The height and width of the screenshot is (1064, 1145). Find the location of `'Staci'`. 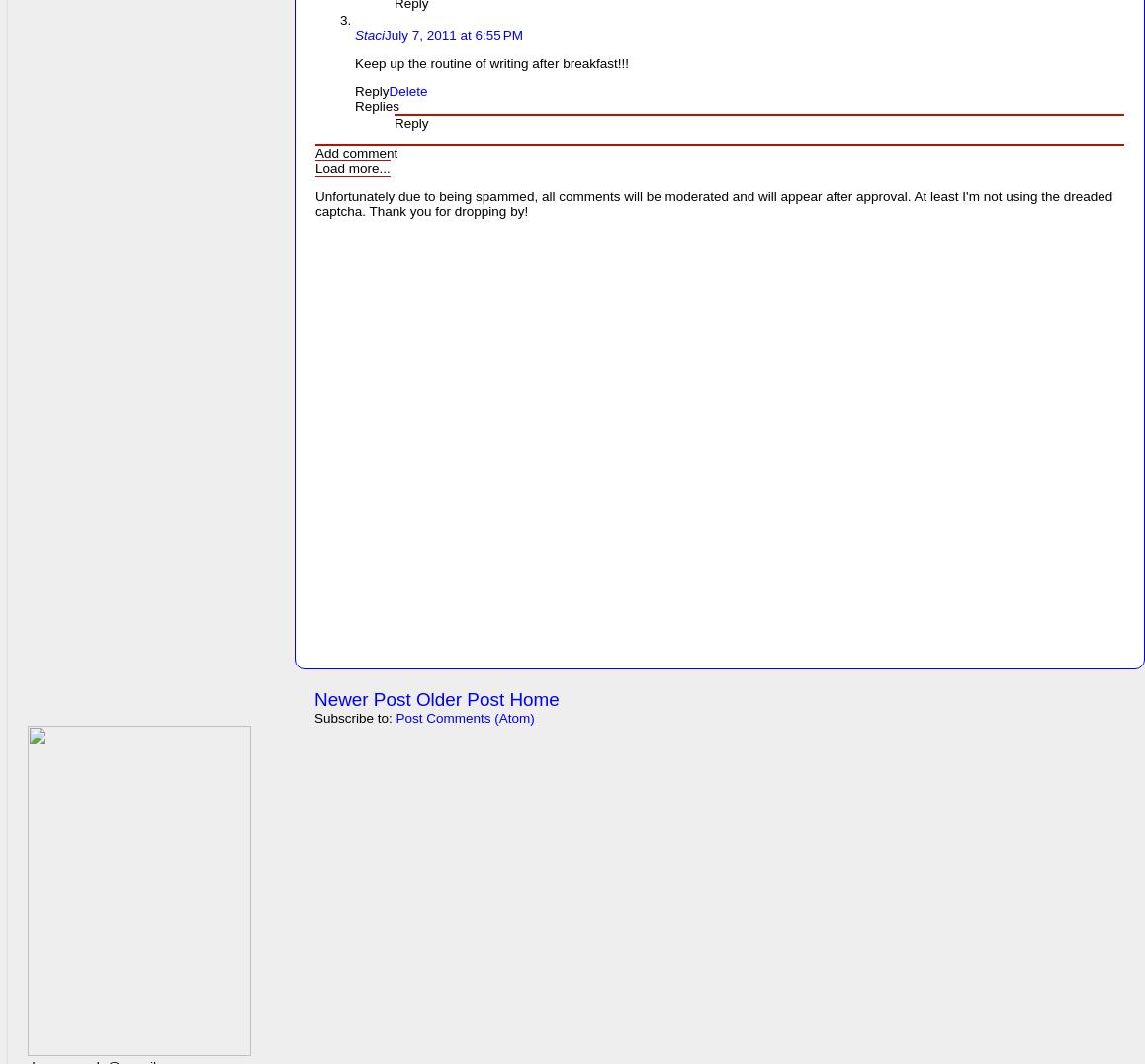

'Staci' is located at coordinates (369, 34).